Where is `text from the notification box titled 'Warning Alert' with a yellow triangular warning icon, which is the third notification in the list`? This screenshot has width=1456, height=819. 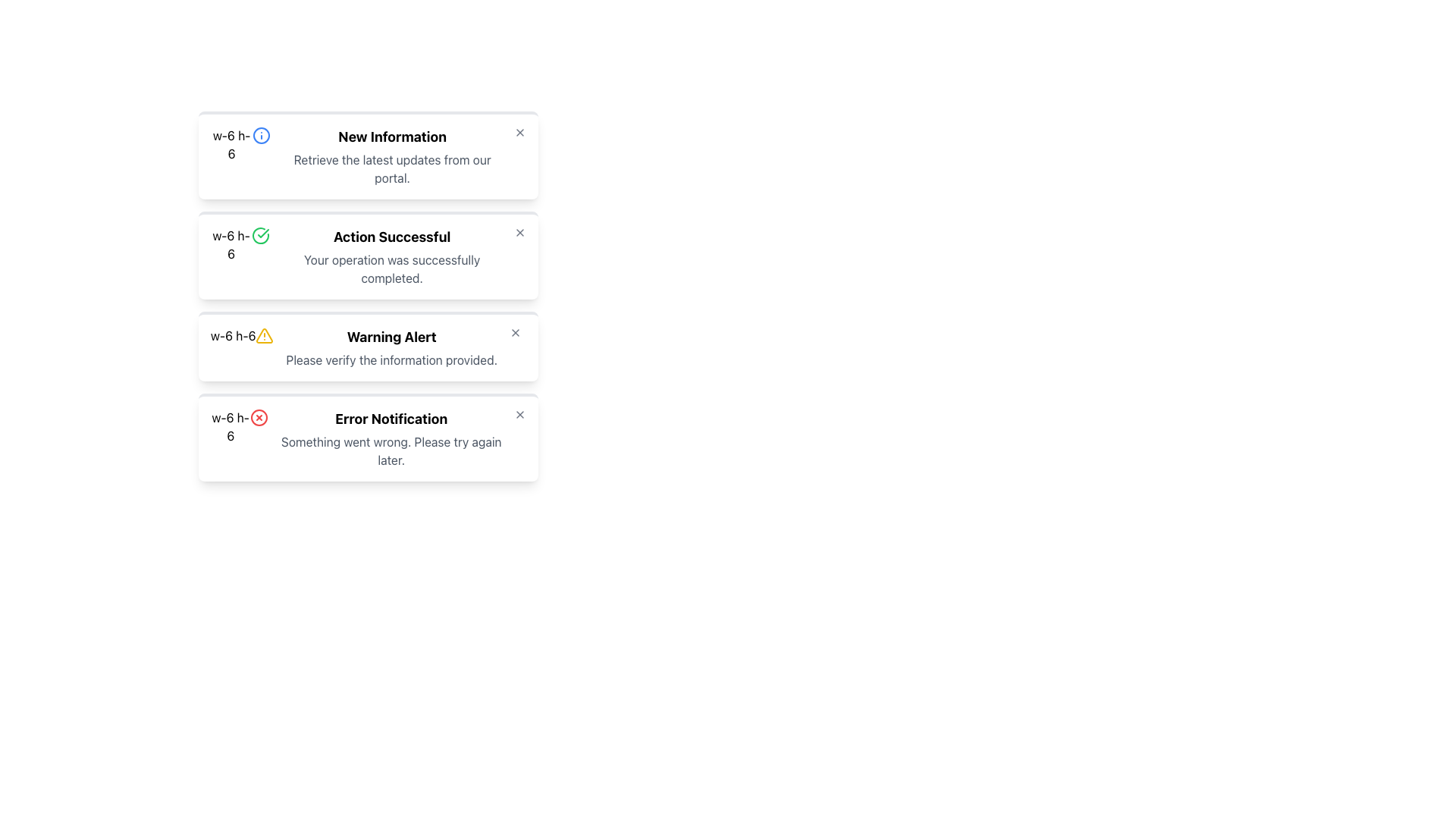
text from the notification box titled 'Warning Alert' with a yellow triangular warning icon, which is the third notification in the list is located at coordinates (368, 346).